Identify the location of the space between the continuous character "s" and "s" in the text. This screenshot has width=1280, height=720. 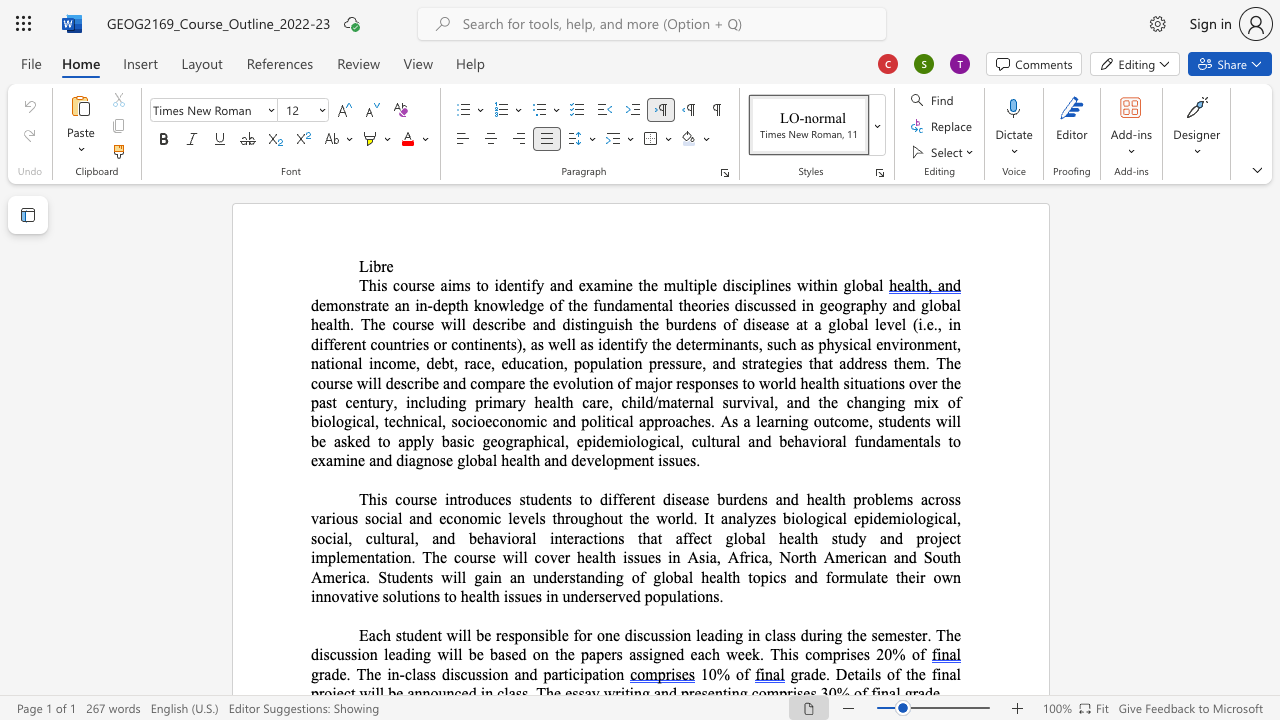
(668, 460).